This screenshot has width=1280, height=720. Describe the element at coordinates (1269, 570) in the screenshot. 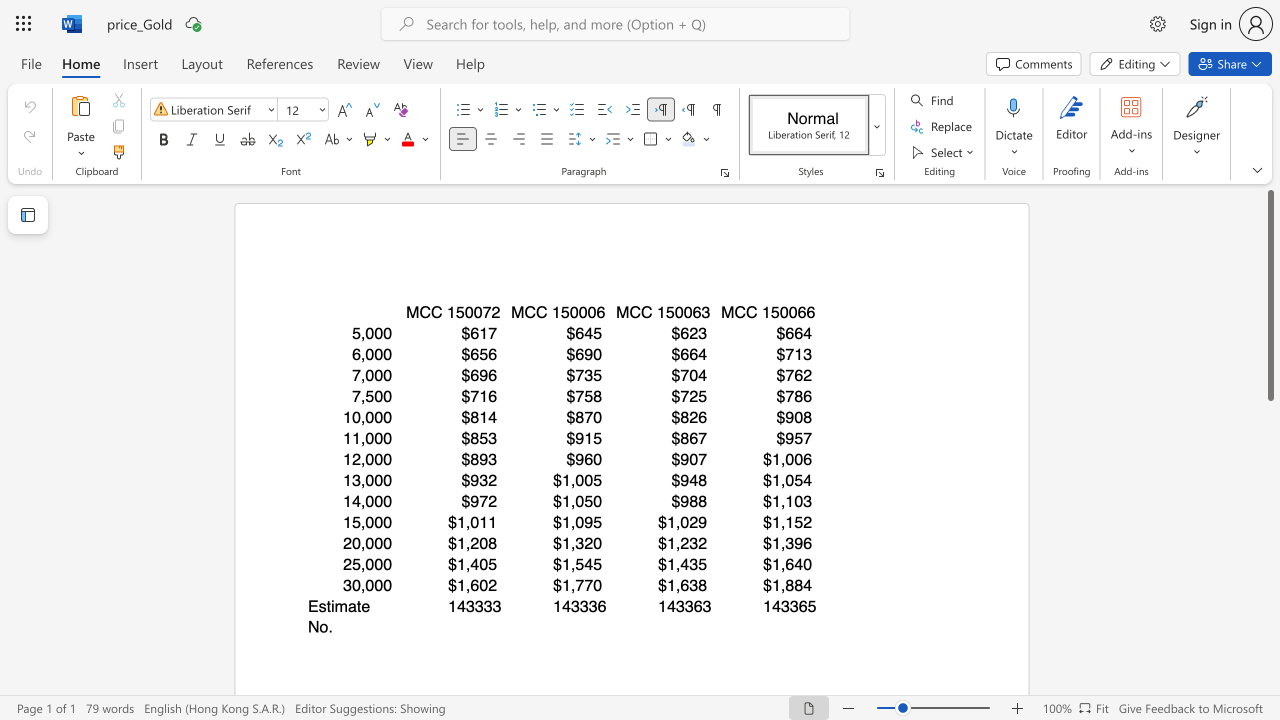

I see `the scrollbar to scroll the page down` at that location.